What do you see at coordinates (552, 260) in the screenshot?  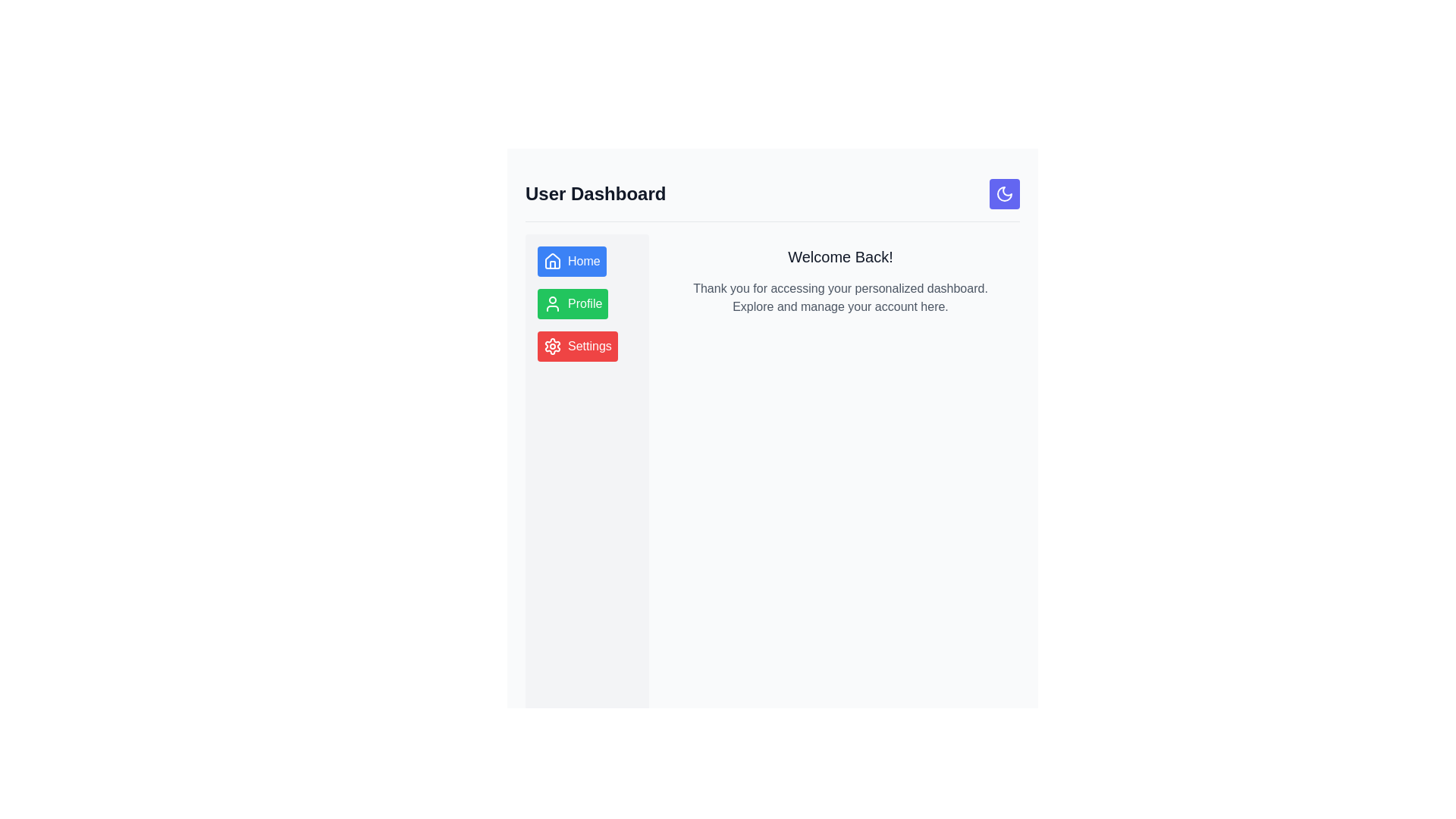 I see `the house-shaped icon within the blue 'Home' button` at bounding box center [552, 260].